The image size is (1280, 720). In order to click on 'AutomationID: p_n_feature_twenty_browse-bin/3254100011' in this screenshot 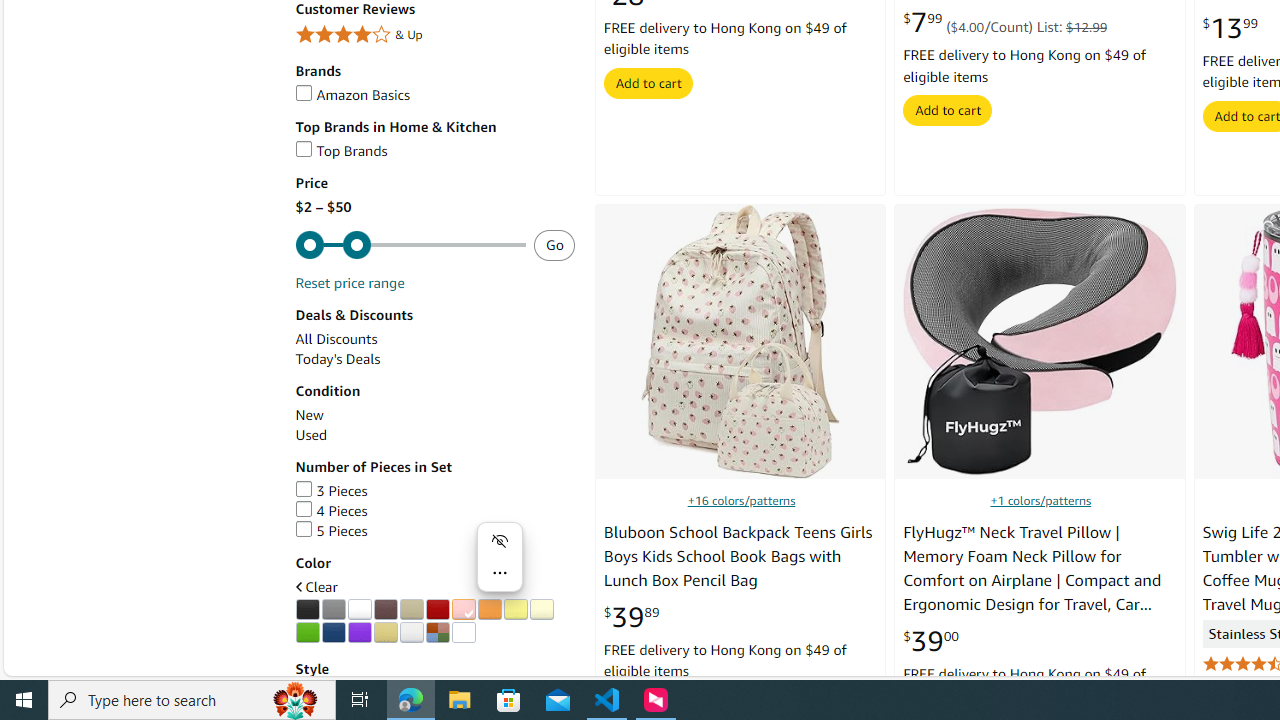, I will do `click(359, 608)`.